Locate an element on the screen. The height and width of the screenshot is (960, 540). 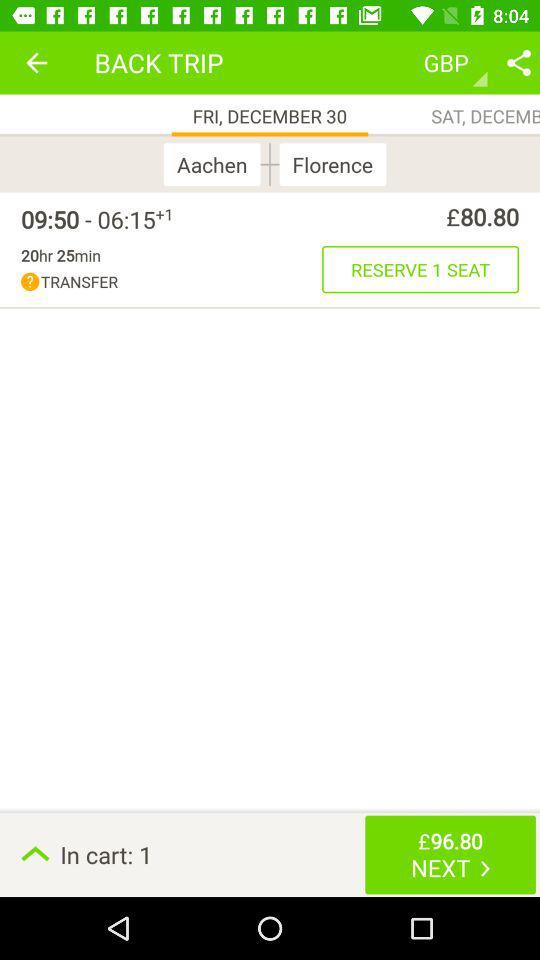
the item to the right of gbp icon is located at coordinates (518, 62).